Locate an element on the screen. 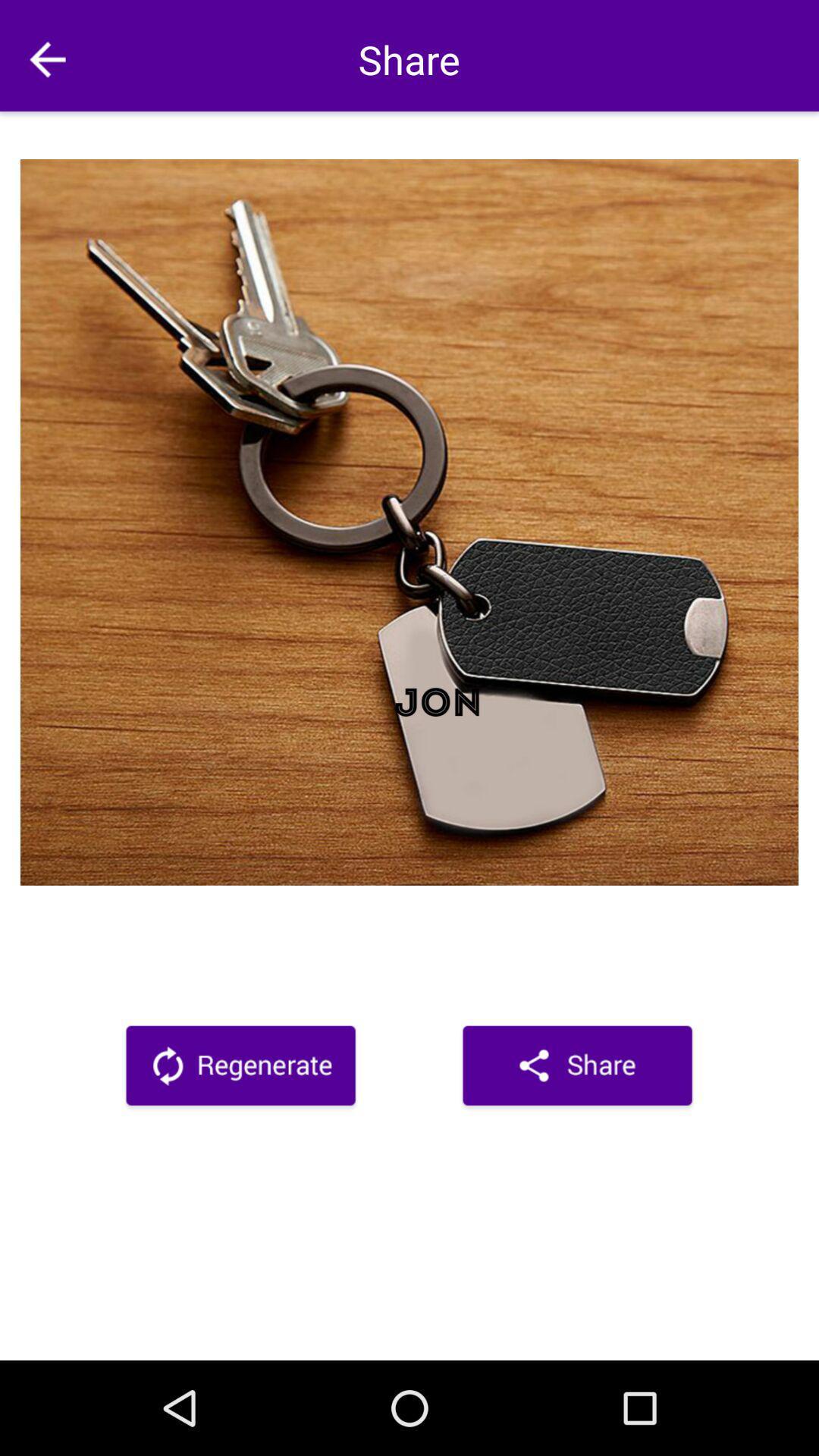 The height and width of the screenshot is (1456, 819). regenerate is located at coordinates (240, 1068).